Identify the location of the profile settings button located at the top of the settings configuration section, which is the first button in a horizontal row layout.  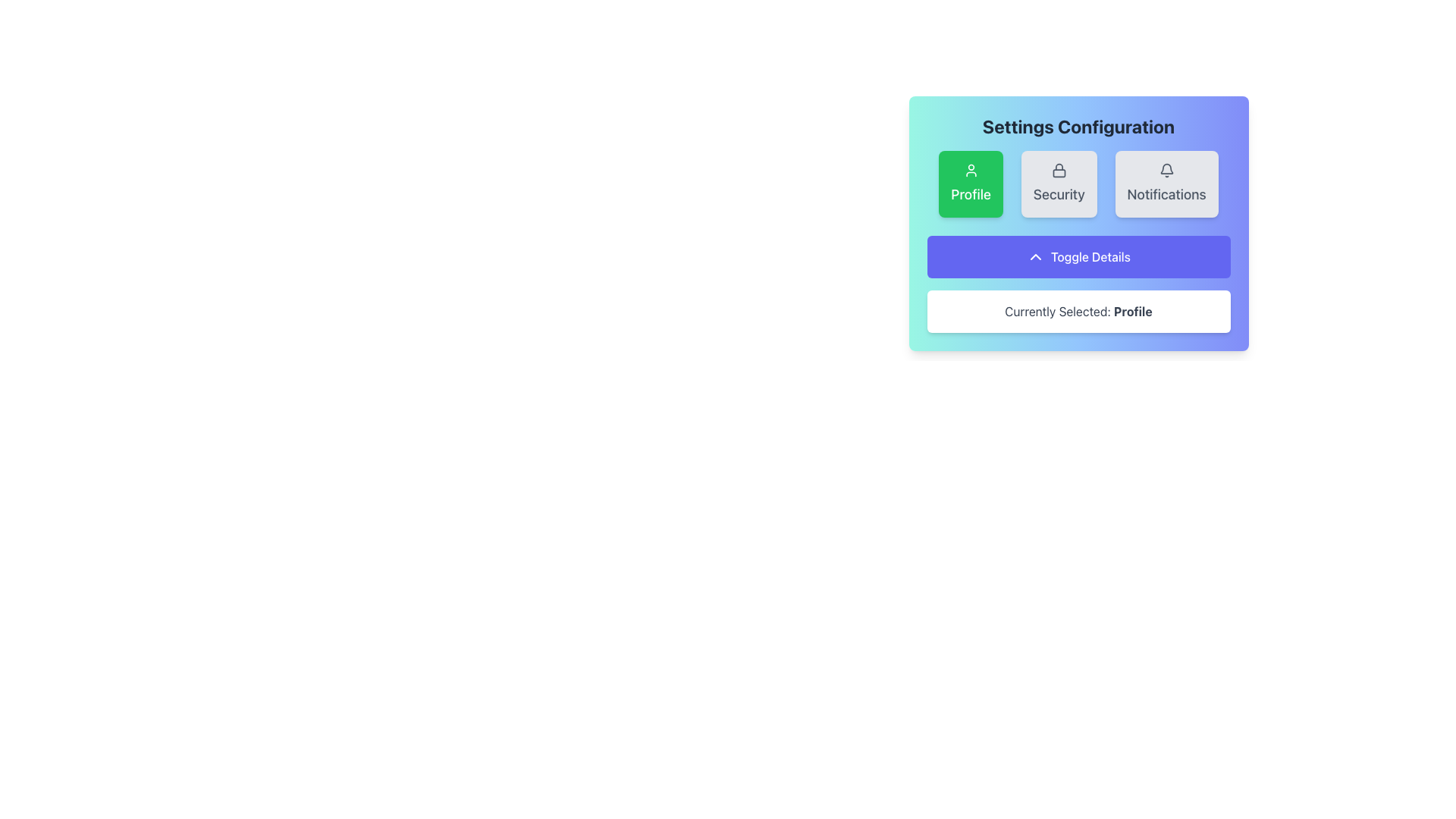
(971, 184).